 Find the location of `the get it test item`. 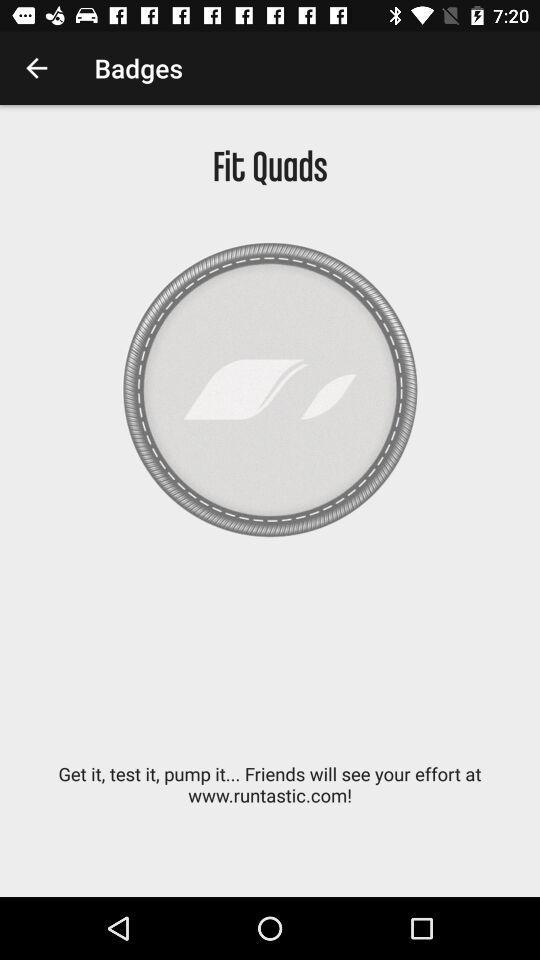

the get it test item is located at coordinates (270, 795).